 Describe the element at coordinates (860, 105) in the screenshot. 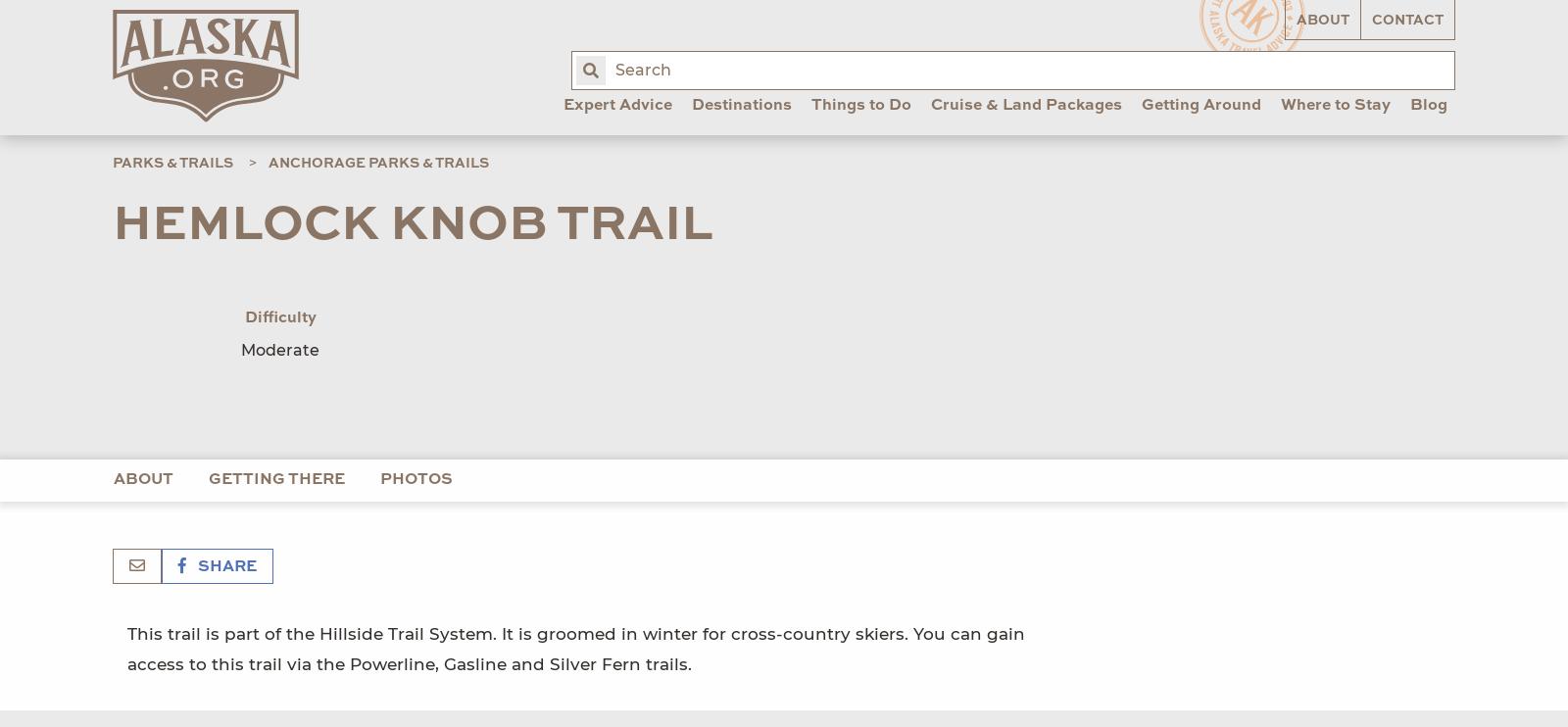

I see `'Things to Do'` at that location.